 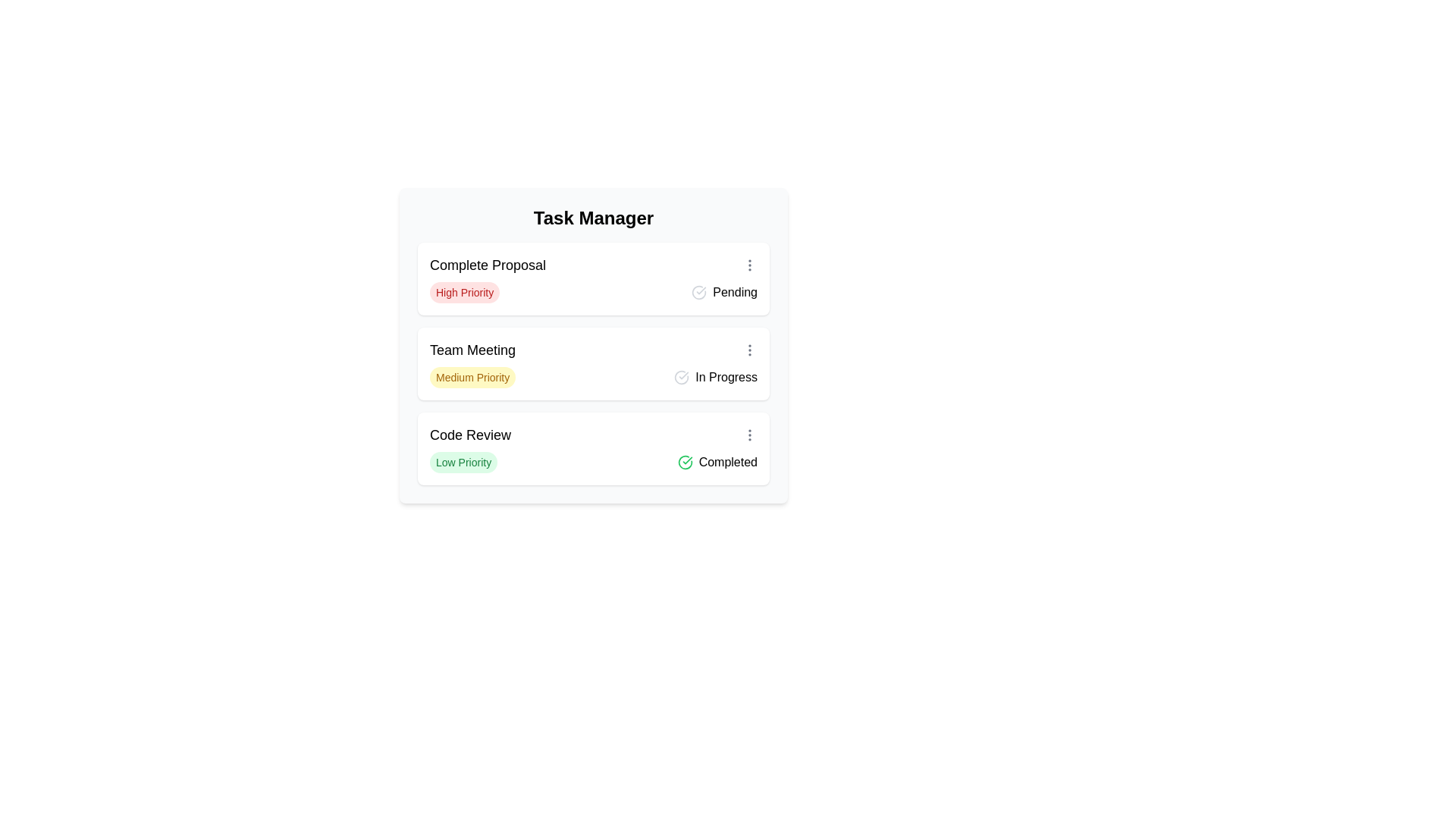 I want to click on the circular gray icon with a checkmark inside, indicating a pending status, located to the left of the 'Pending' text in the 'Complete Proposal' task row, so click(x=698, y=292).